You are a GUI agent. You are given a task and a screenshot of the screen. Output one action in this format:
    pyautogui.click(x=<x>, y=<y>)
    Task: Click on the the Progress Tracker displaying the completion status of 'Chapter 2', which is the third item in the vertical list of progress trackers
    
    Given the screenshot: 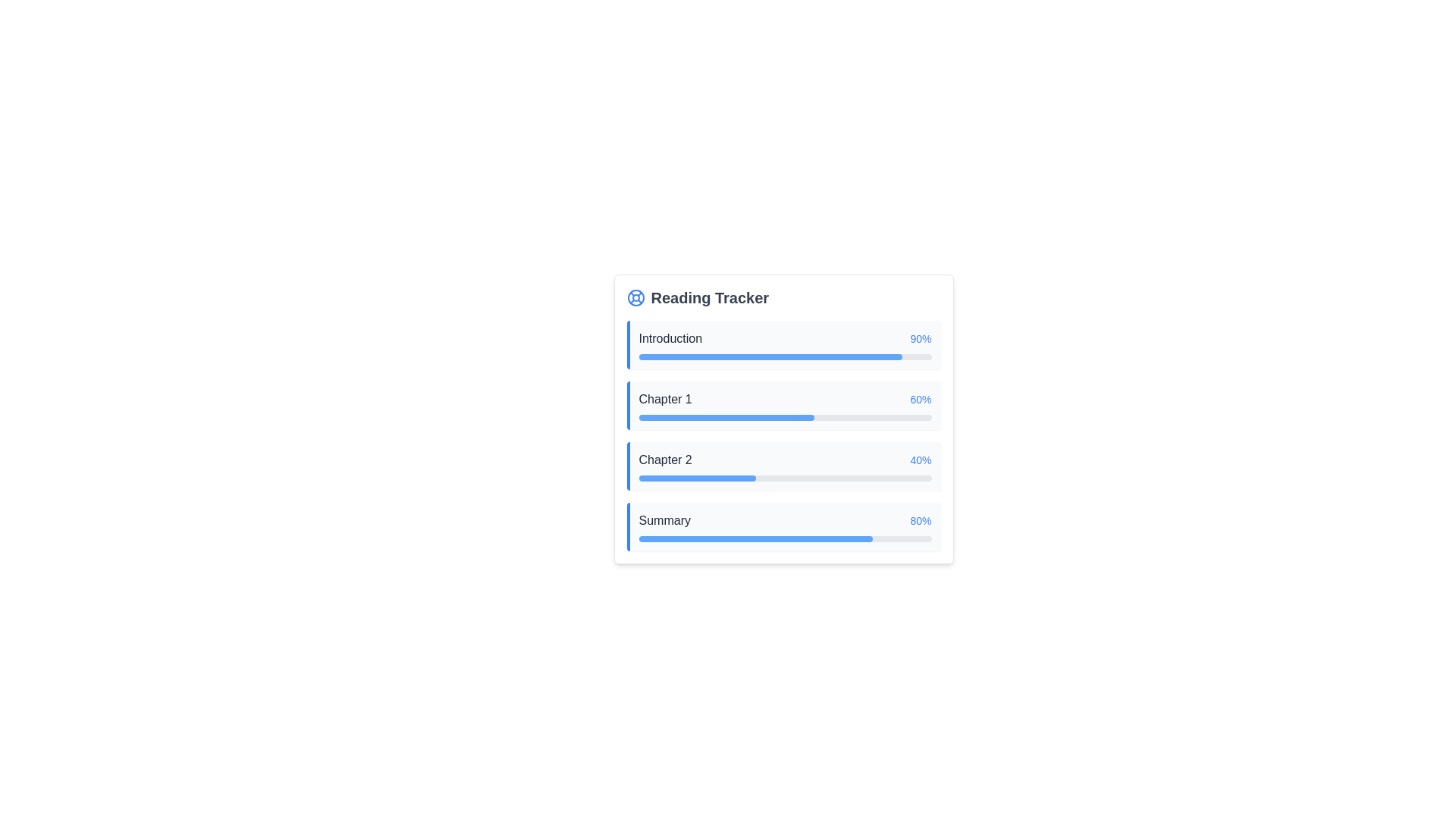 What is the action you would take?
    pyautogui.click(x=783, y=465)
    